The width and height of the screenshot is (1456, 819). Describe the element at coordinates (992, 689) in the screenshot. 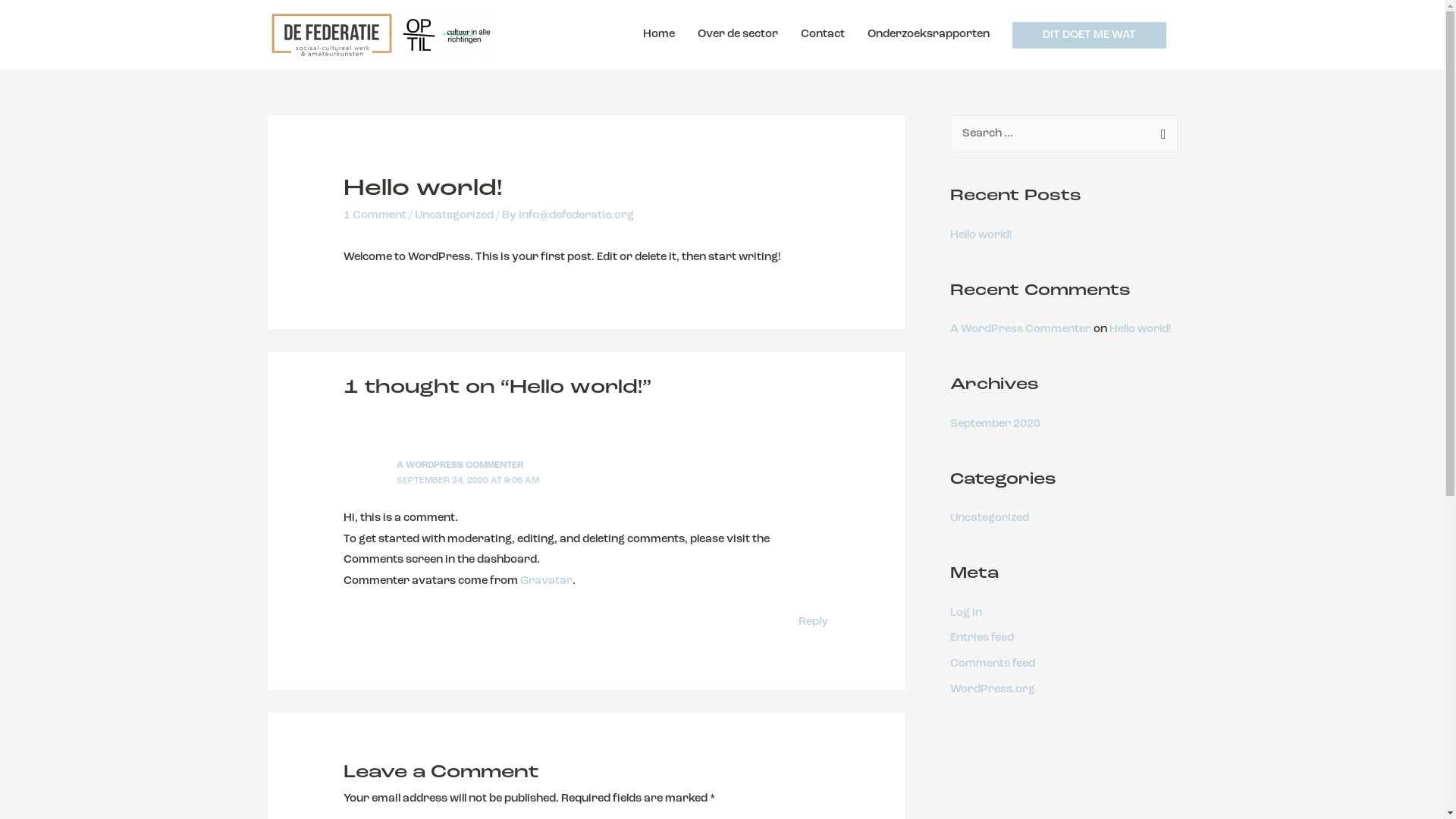

I see `'WordPress.org'` at that location.